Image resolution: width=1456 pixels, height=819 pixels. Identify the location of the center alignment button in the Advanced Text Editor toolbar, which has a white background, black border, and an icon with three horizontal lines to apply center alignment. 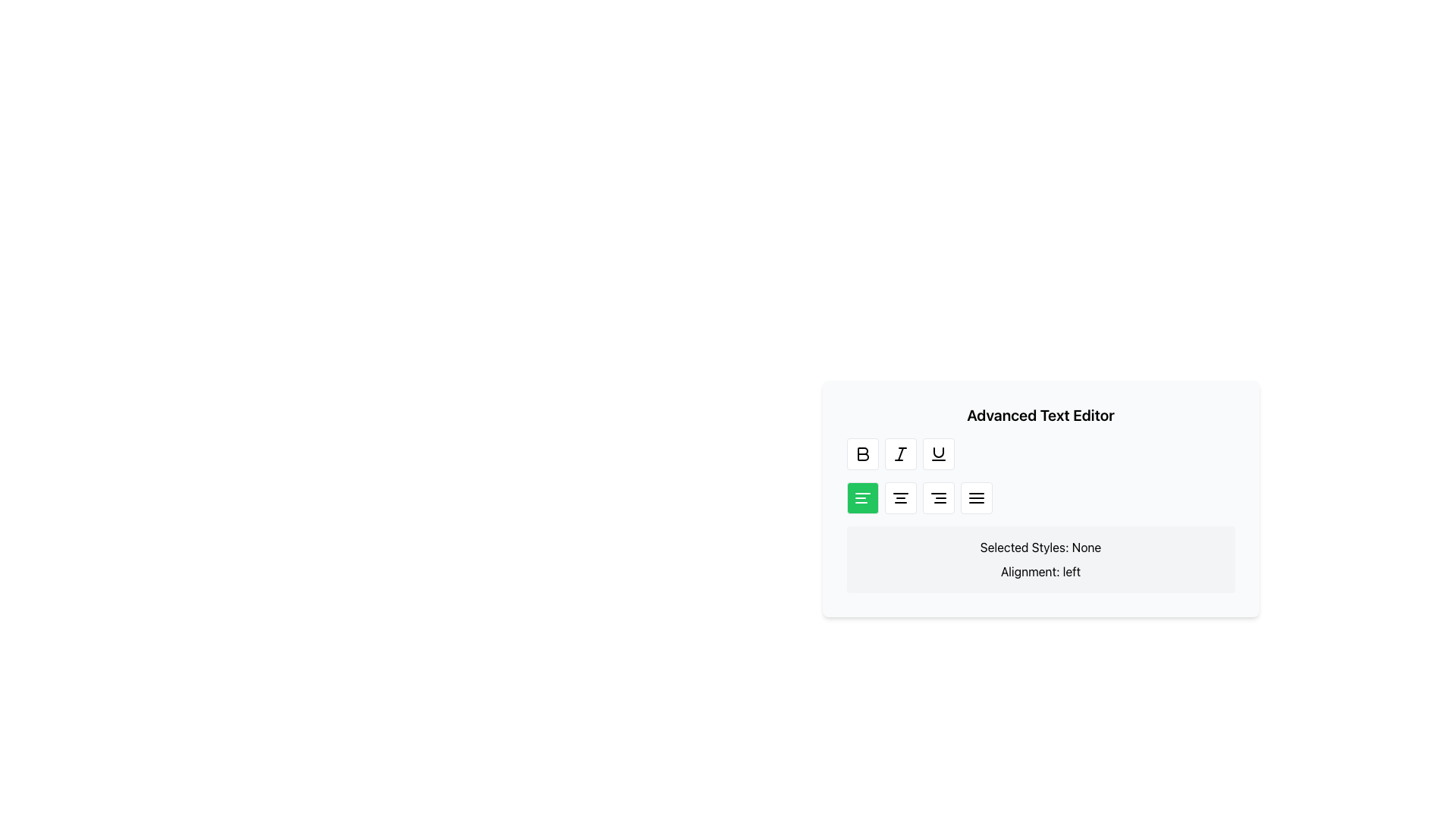
(900, 497).